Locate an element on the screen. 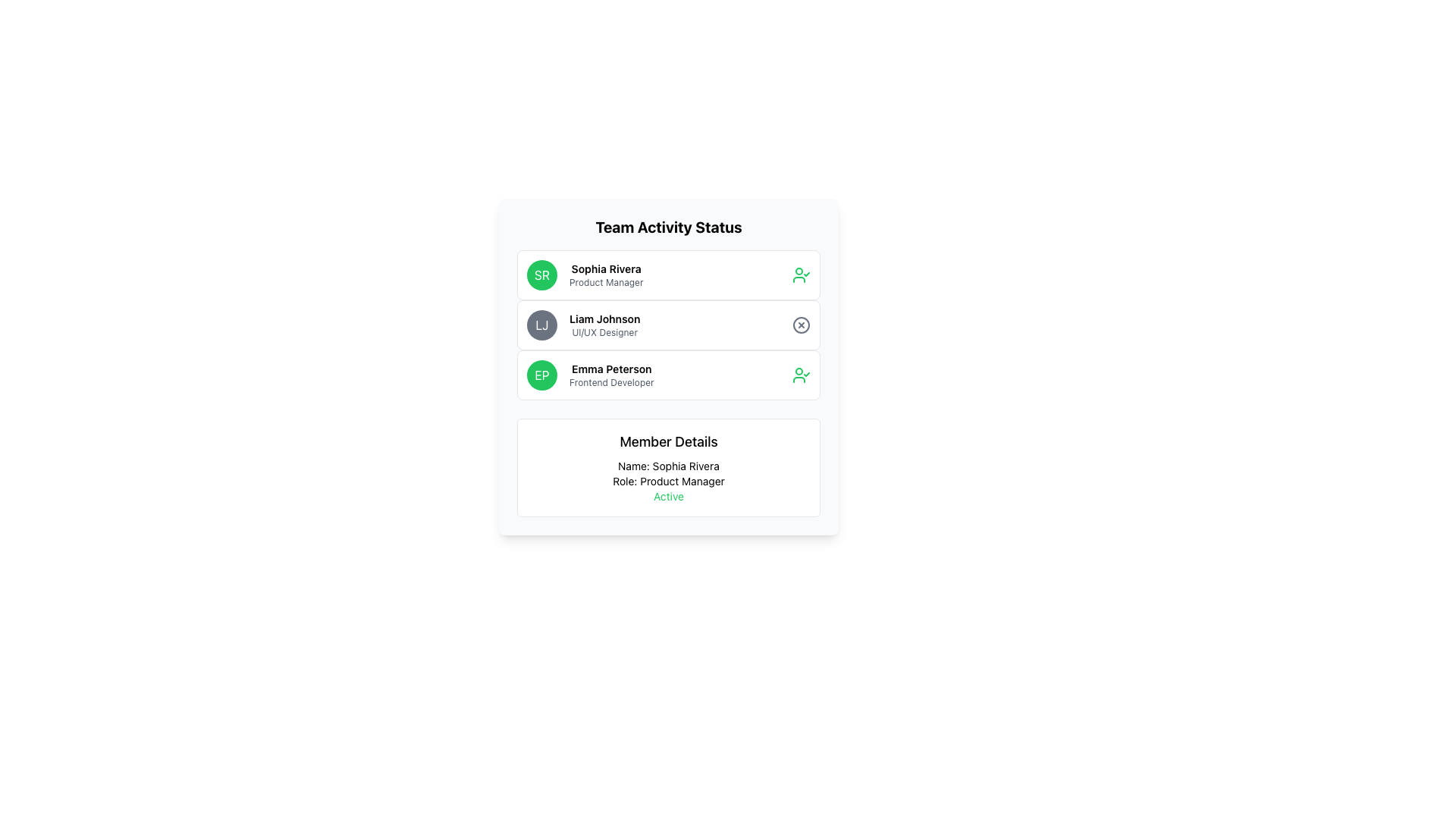  the avatar representing the user 'Sophia Rivera', which is the leftmost item in the first row of a vertically stacked list is located at coordinates (542, 275).